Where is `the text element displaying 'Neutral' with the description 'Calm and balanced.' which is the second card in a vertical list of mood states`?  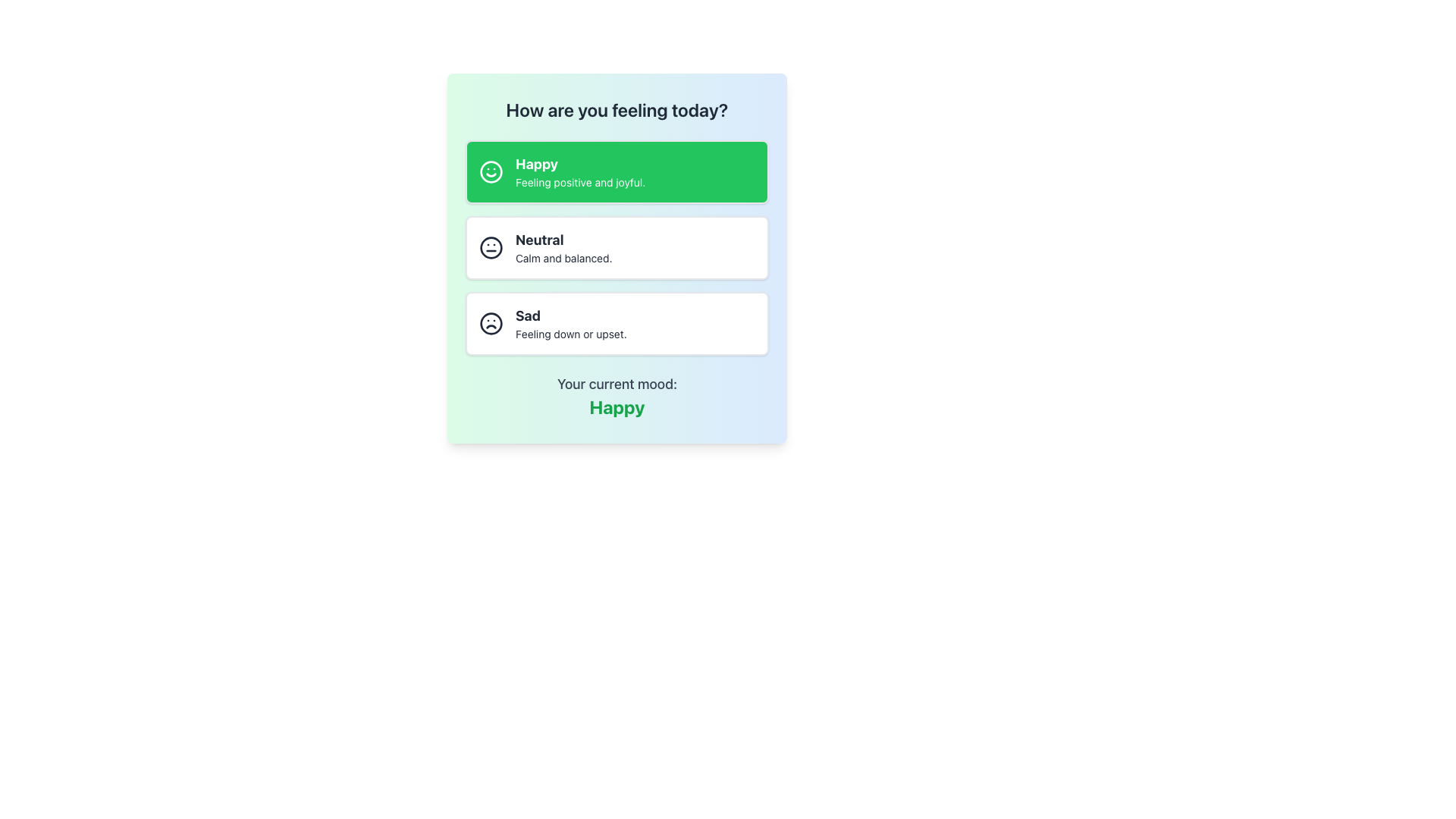
the text element displaying 'Neutral' with the description 'Calm and balanced.' which is the second card in a vertical list of mood states is located at coordinates (563, 247).